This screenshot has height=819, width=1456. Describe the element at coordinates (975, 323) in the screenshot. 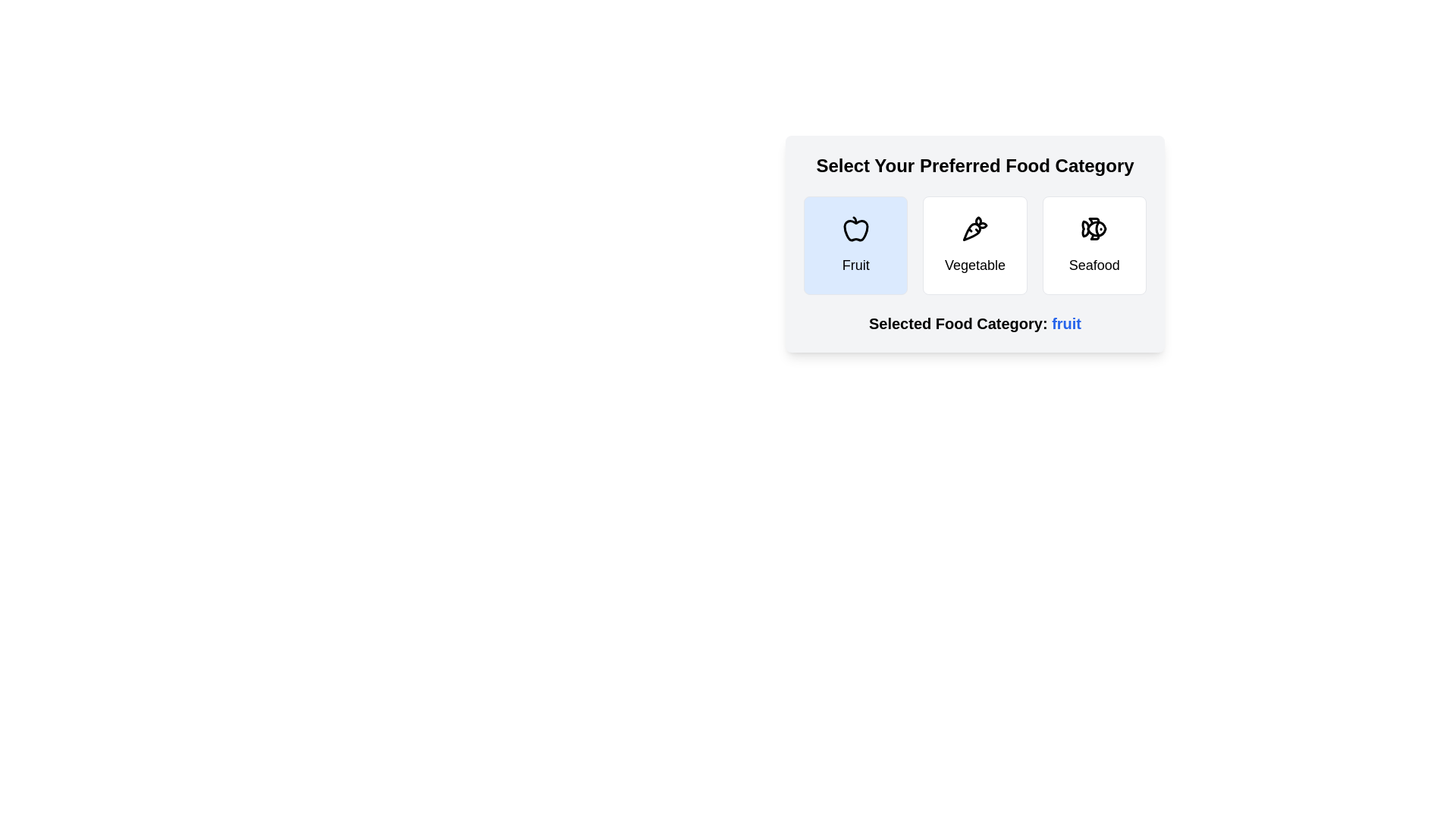

I see `the blue-highlighted text that displays the currently selected food category at the bottom of the white card component` at that location.